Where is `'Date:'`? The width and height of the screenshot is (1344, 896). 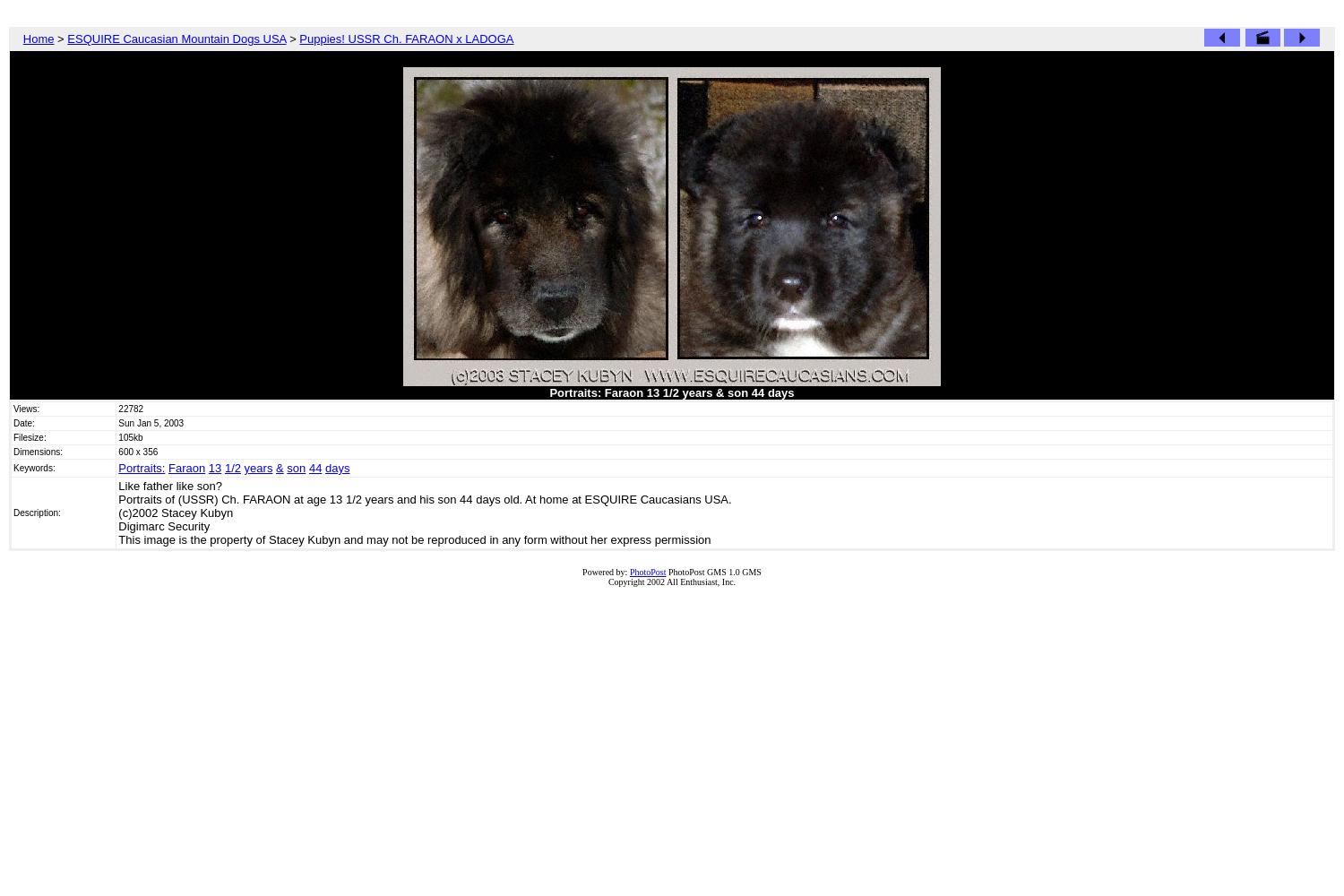
'Date:' is located at coordinates (13, 422).